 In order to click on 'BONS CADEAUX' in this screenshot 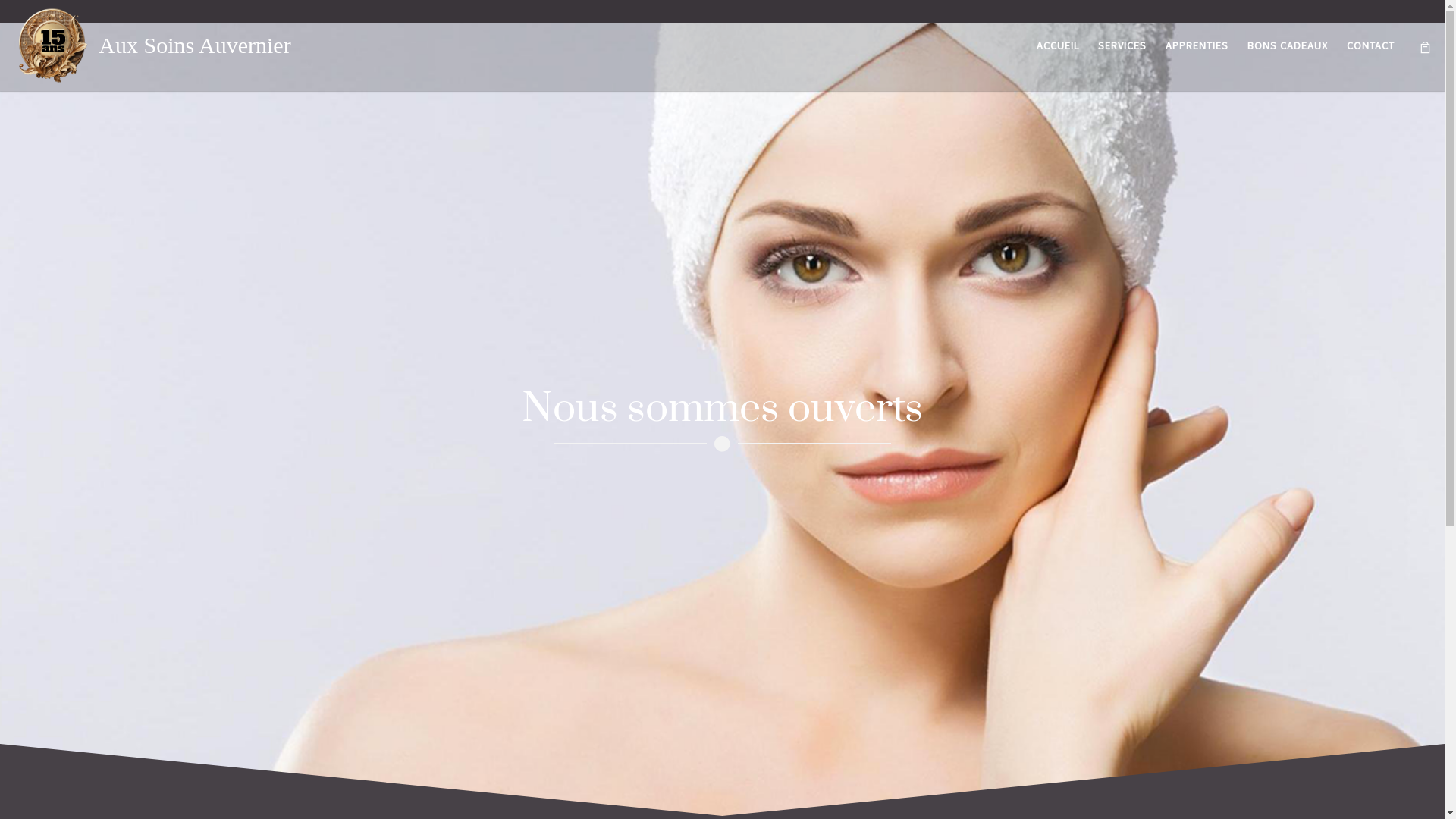, I will do `click(1287, 45)`.